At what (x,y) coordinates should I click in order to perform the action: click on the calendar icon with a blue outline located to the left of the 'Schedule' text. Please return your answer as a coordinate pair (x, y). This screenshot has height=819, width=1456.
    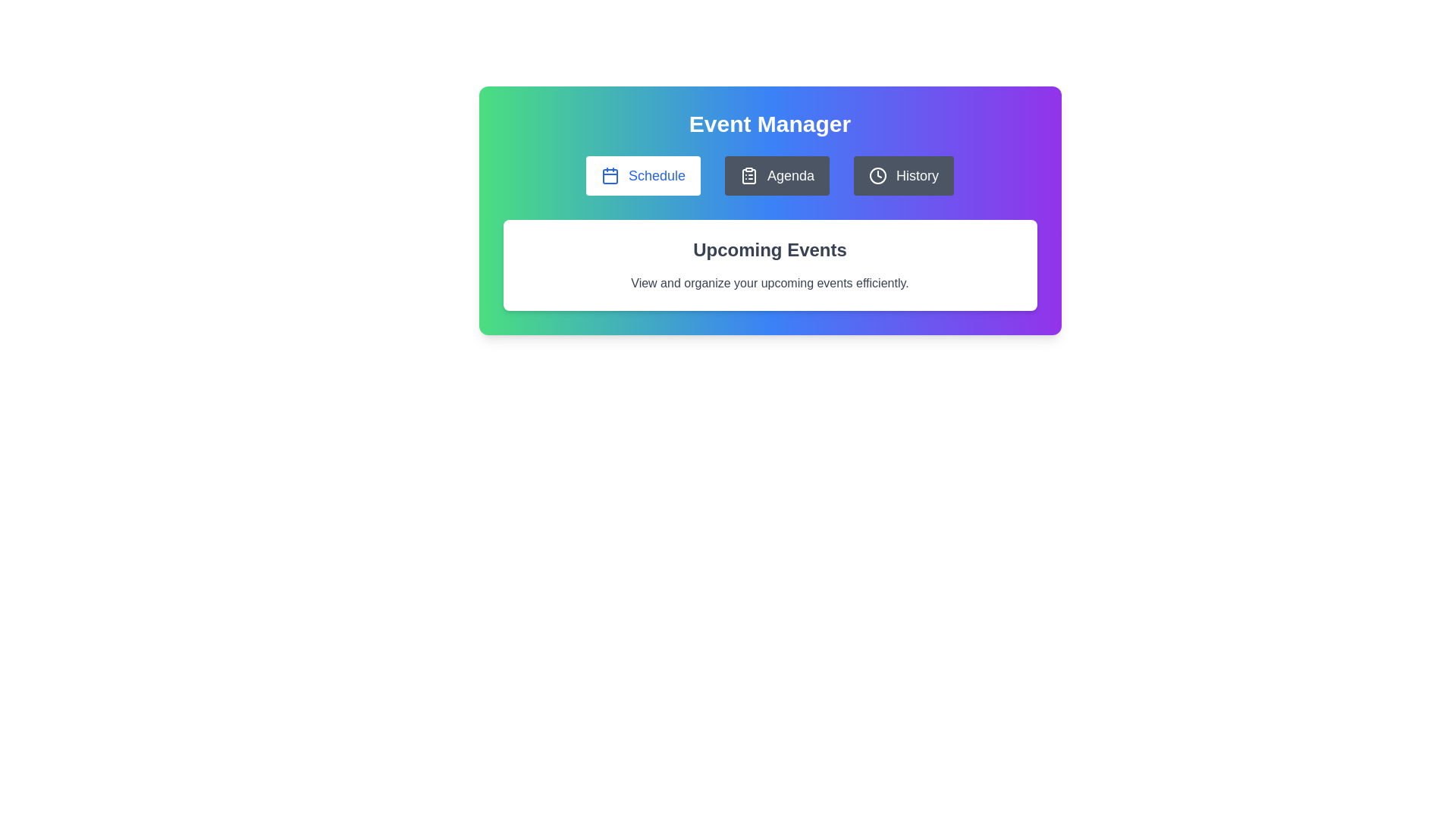
    Looking at the image, I should click on (610, 174).